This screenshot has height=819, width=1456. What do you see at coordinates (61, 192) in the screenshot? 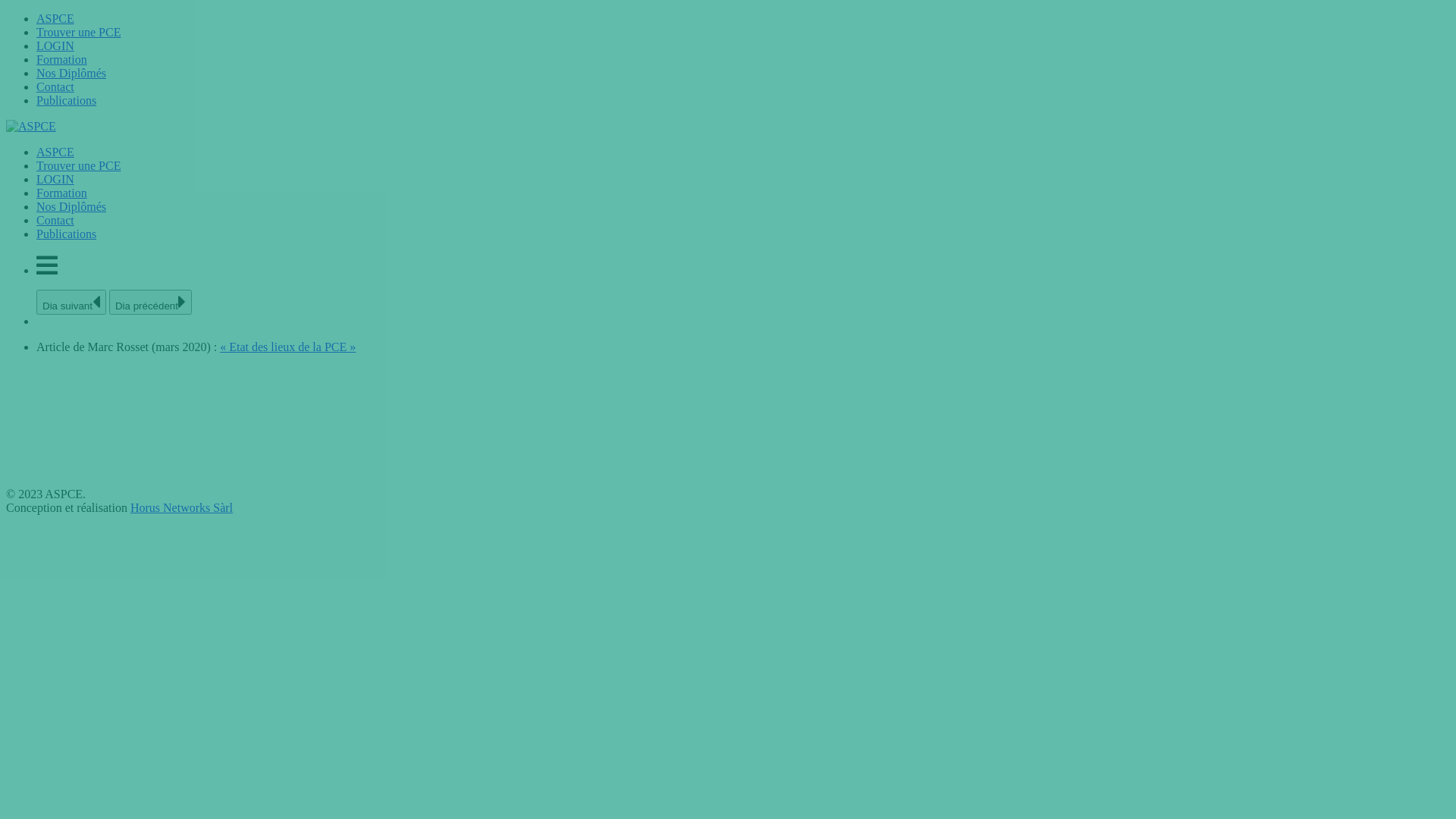
I see `'Formation'` at bounding box center [61, 192].